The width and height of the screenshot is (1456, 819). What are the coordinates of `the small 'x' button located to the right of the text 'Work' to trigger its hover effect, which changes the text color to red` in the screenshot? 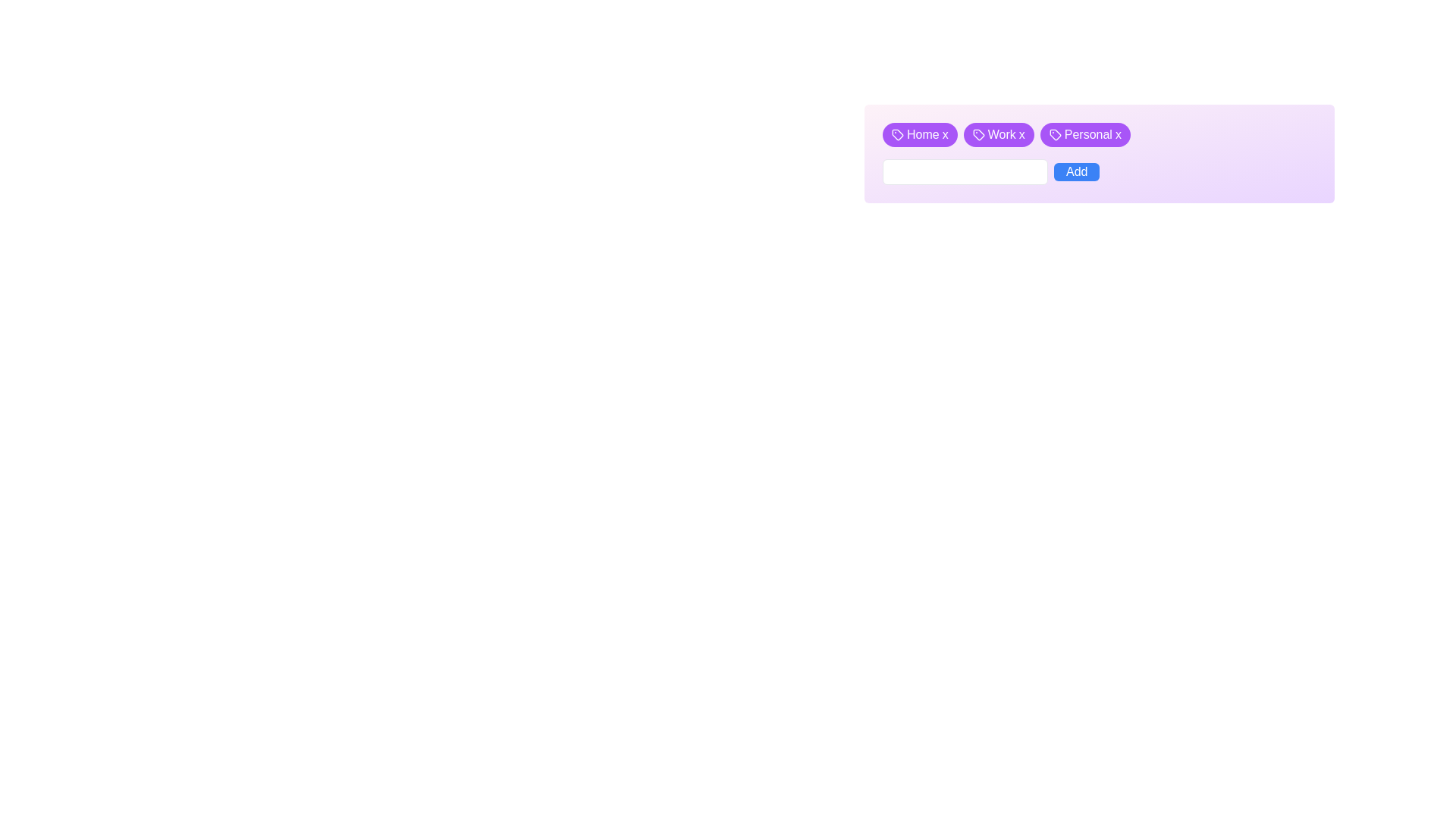 It's located at (1021, 133).